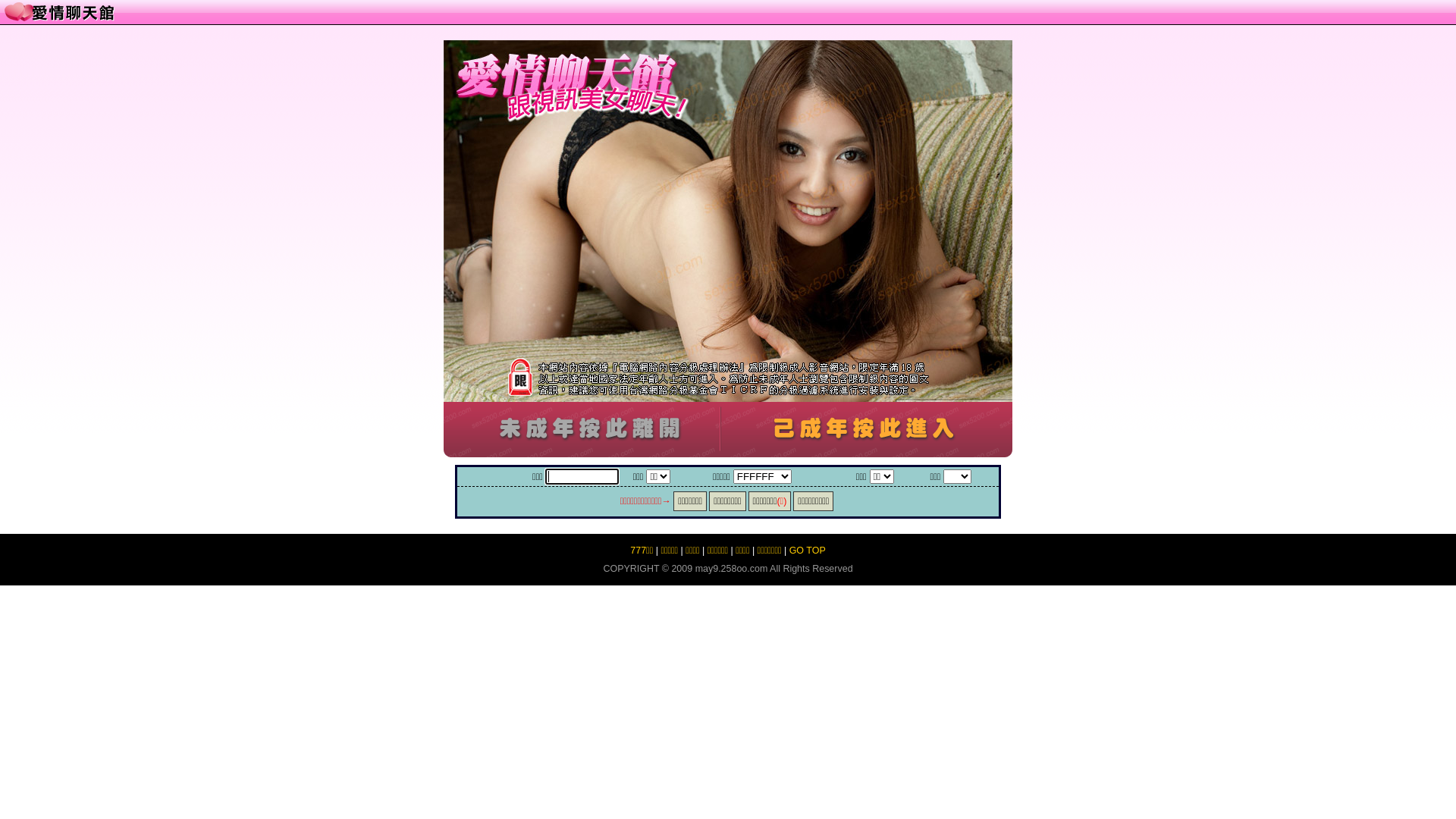 The width and height of the screenshot is (1456, 819). What do you see at coordinates (731, 568) in the screenshot?
I see `'may9.258oo.com'` at bounding box center [731, 568].